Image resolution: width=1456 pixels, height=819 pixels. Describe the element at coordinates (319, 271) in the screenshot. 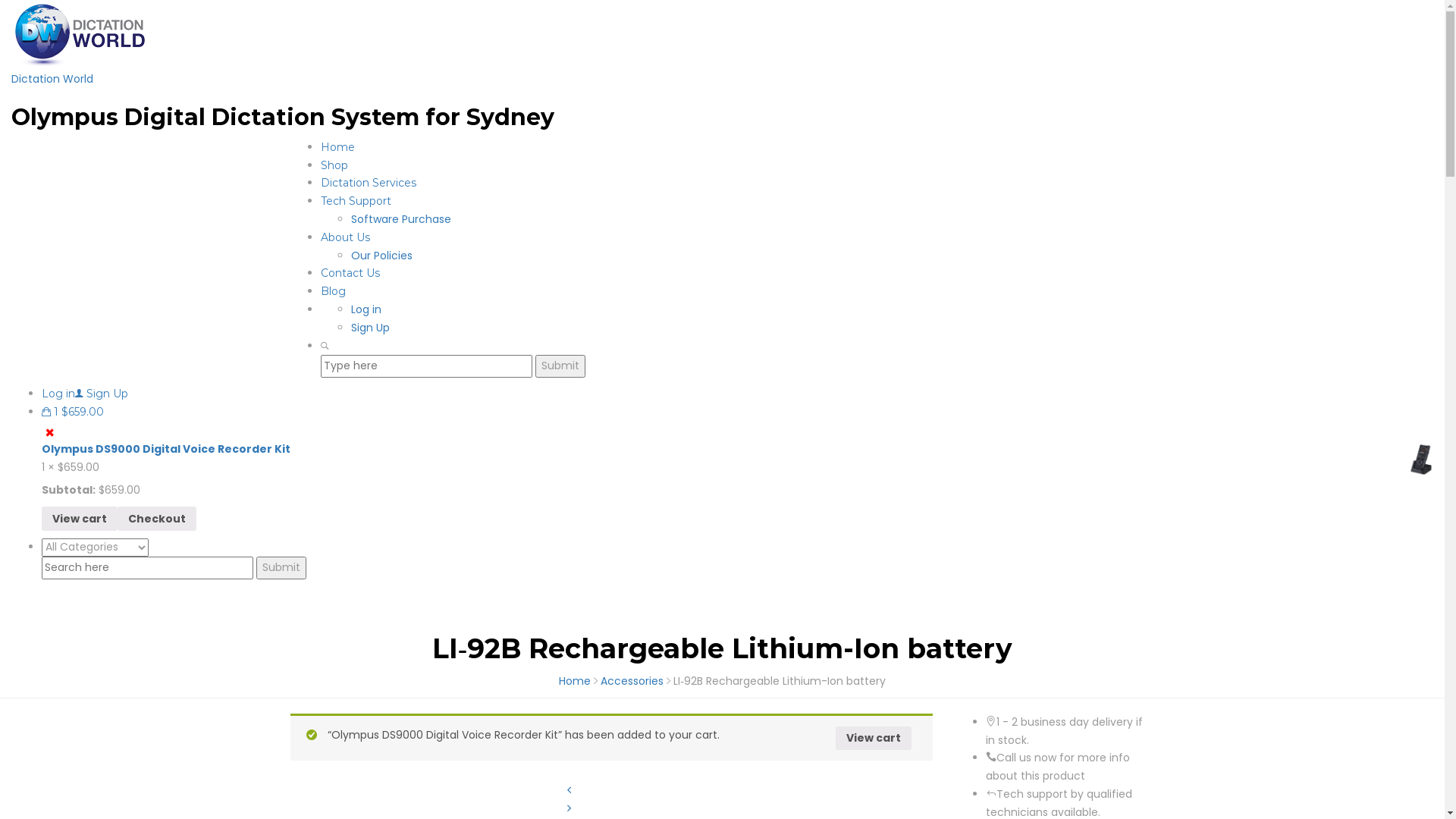

I see `'Contact Us'` at that location.